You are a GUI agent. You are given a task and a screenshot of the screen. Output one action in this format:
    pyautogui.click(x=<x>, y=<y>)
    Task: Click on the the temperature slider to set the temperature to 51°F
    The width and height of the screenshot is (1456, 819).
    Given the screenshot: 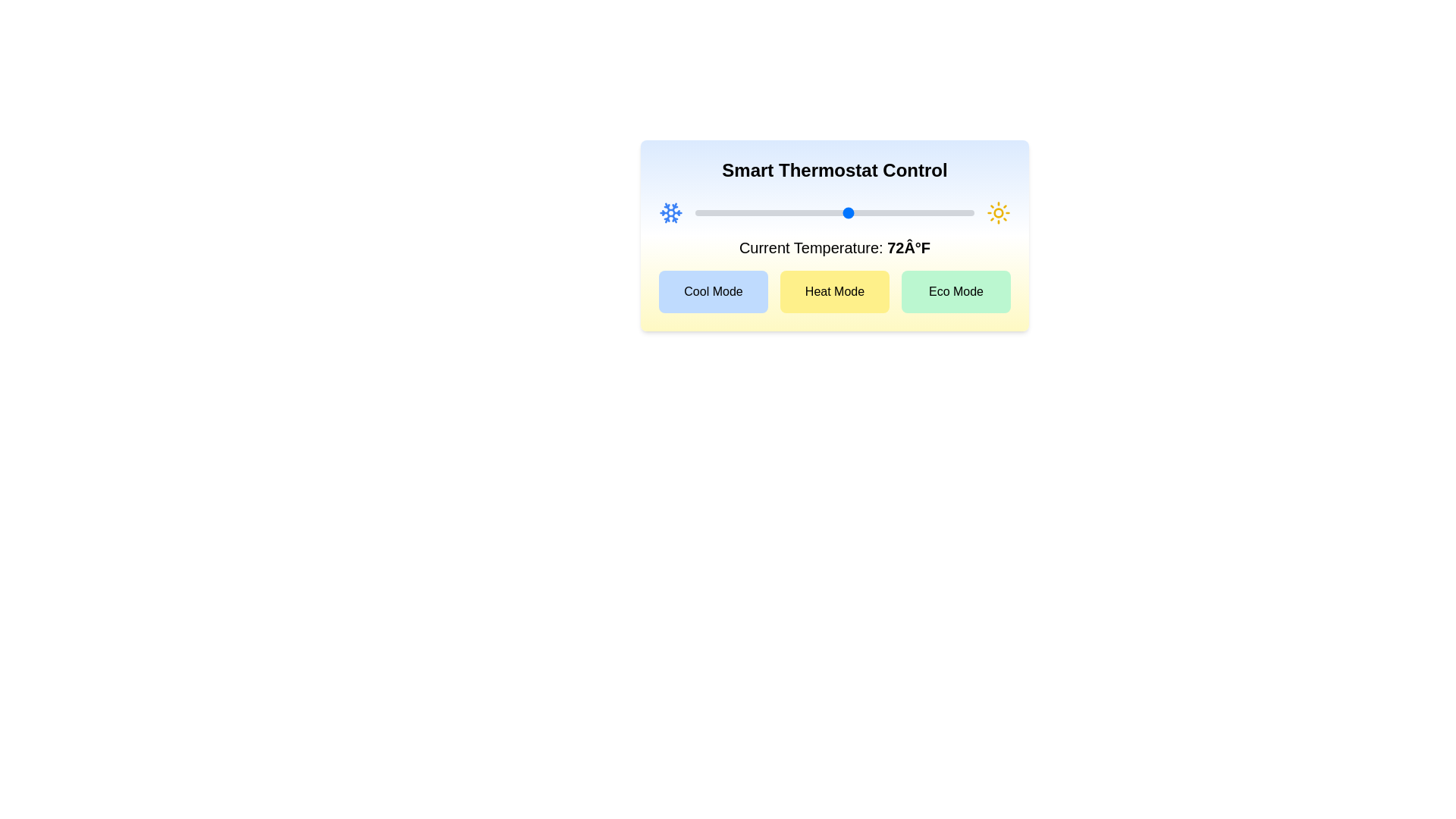 What is the action you would take?
    pyautogui.click(x=701, y=213)
    